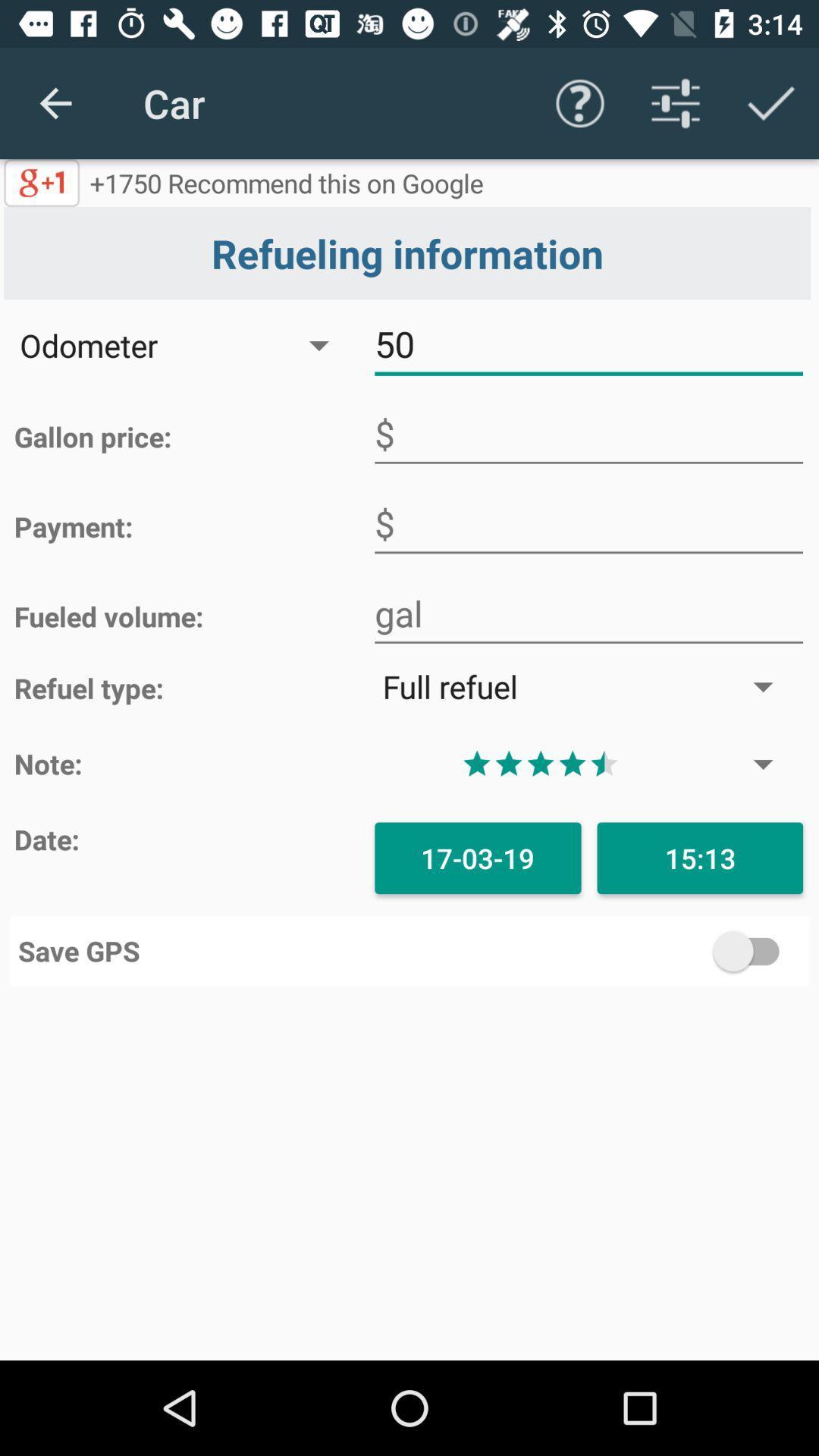 The width and height of the screenshot is (819, 1456). I want to click on the 17-03-19 icon, so click(478, 858).